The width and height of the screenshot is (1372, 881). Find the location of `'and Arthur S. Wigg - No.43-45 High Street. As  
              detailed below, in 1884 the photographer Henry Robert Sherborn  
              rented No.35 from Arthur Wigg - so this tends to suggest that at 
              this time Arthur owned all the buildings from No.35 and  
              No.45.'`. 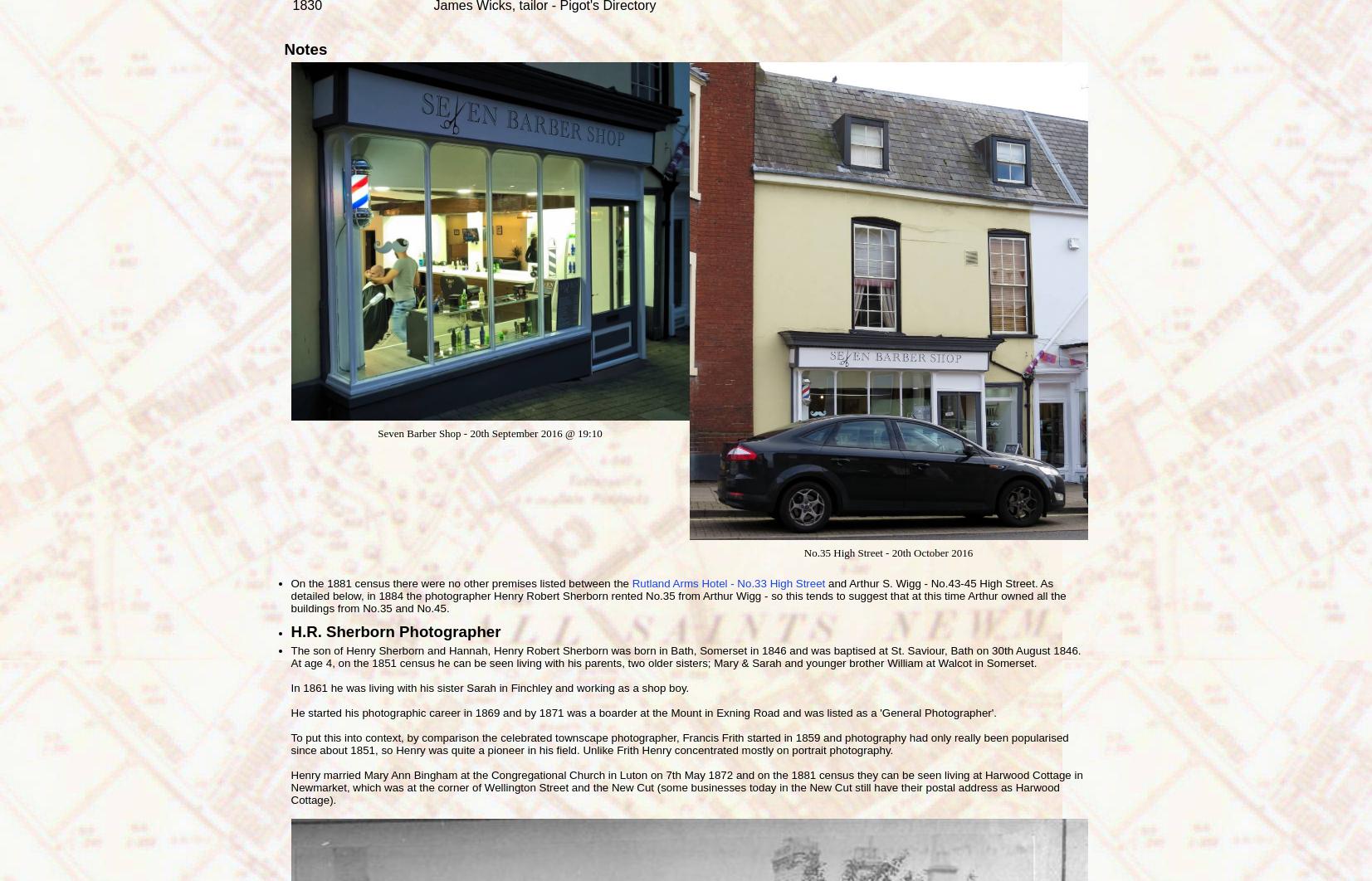

'and Arthur S. Wigg - No.43-45 High Street. As  
              detailed below, in 1884 the photographer Henry Robert Sherborn  
              rented No.35 from Arthur Wigg - so this tends to suggest that at 
              this time Arthur owned all the buildings from No.35 and  
              No.45.' is located at coordinates (677, 596).